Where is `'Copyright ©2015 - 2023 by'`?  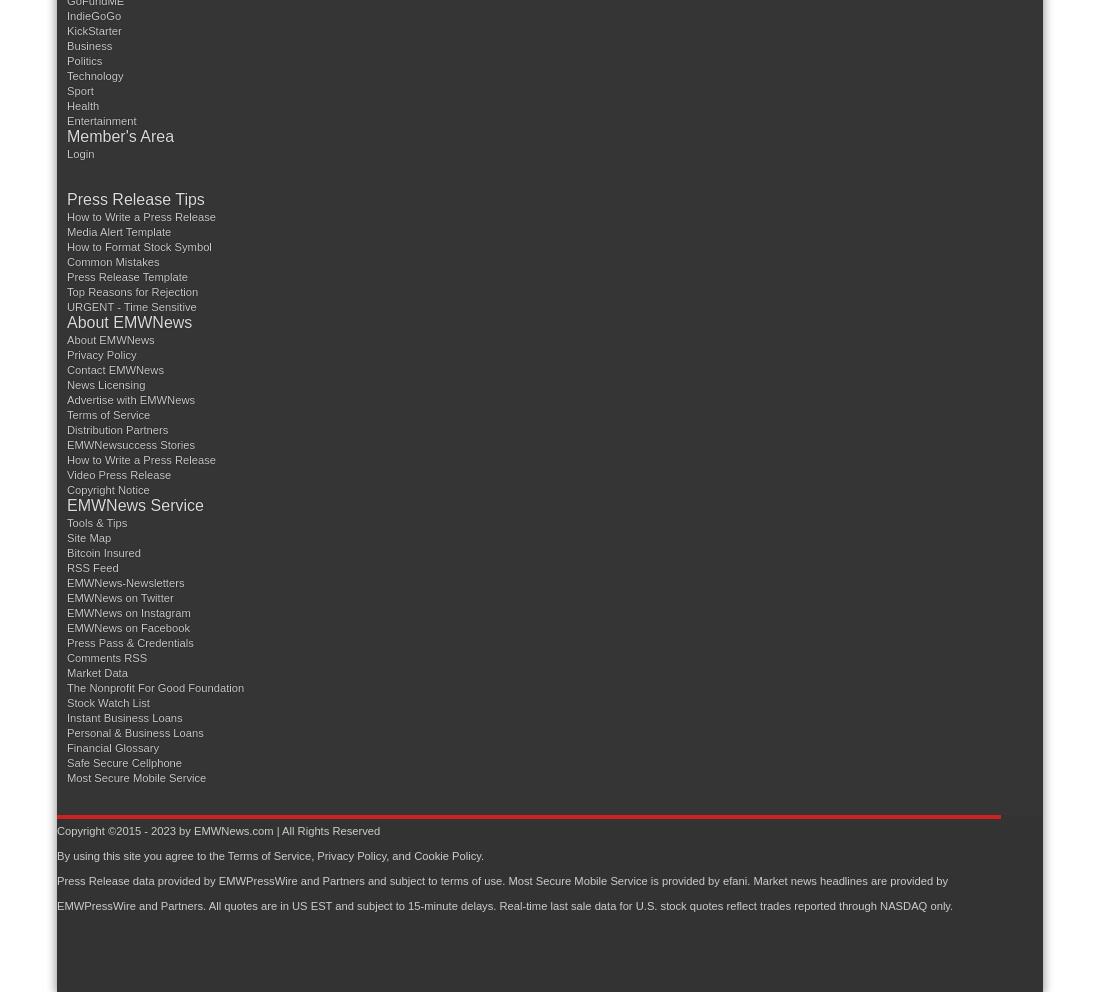 'Copyright ©2015 - 2023 by' is located at coordinates (124, 829).